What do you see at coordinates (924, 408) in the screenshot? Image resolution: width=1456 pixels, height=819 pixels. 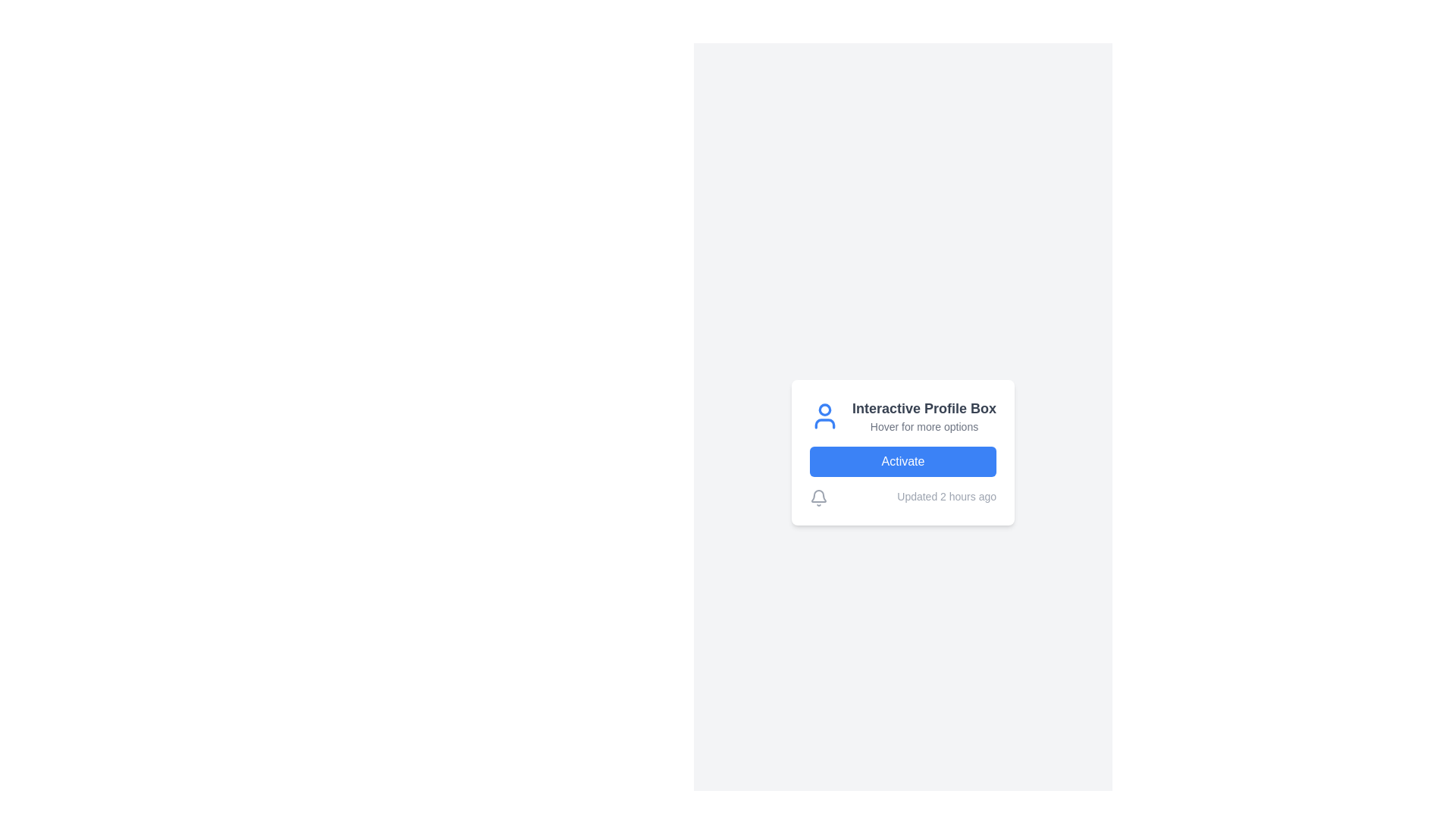 I see `the header text label that identifies the interactive profile component, located directly above the smaller text 'Hover for more options'` at bounding box center [924, 408].